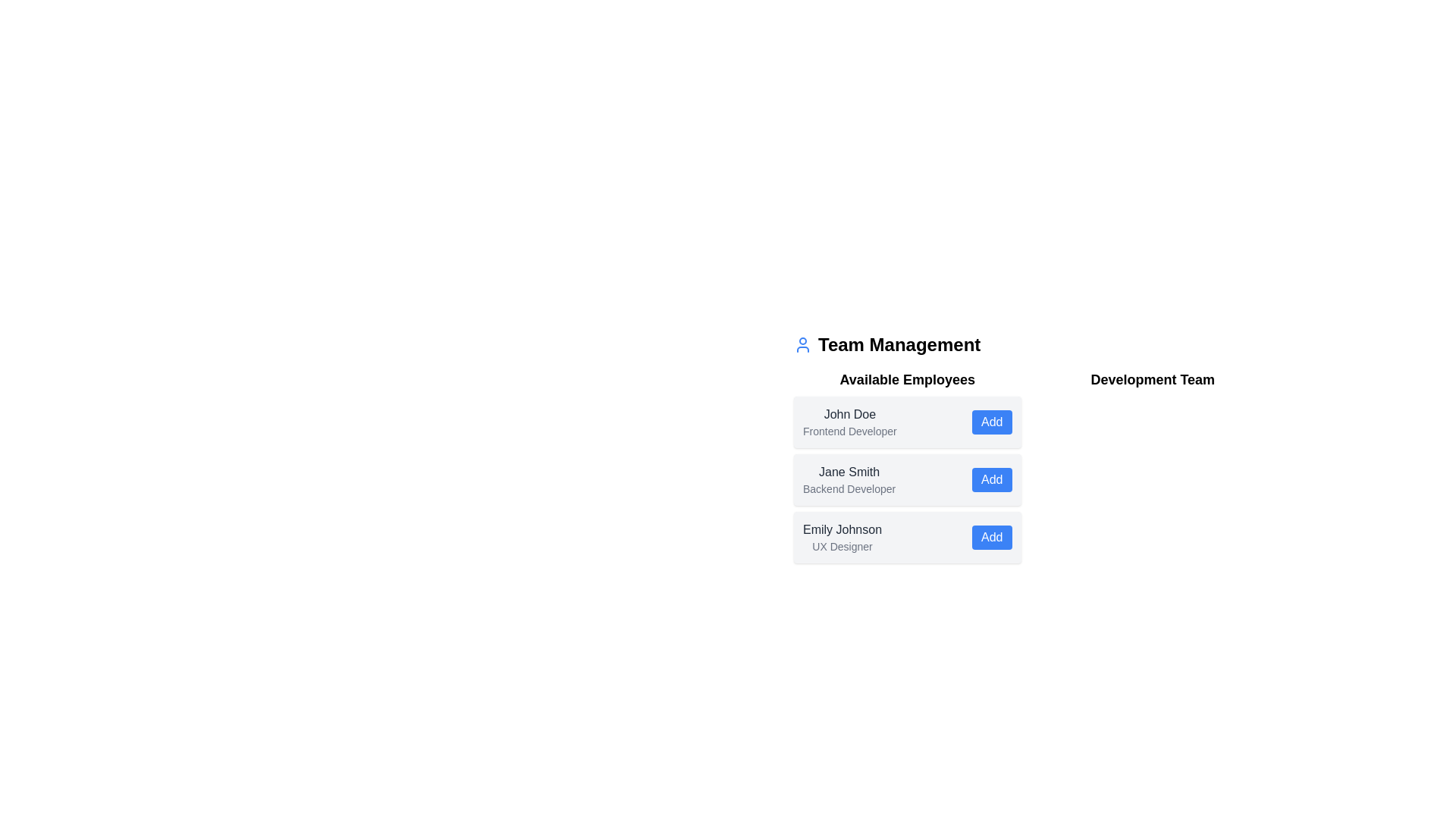 Image resolution: width=1456 pixels, height=819 pixels. What do you see at coordinates (1030, 447) in the screenshot?
I see `the 'Add' button in the team management section` at bounding box center [1030, 447].